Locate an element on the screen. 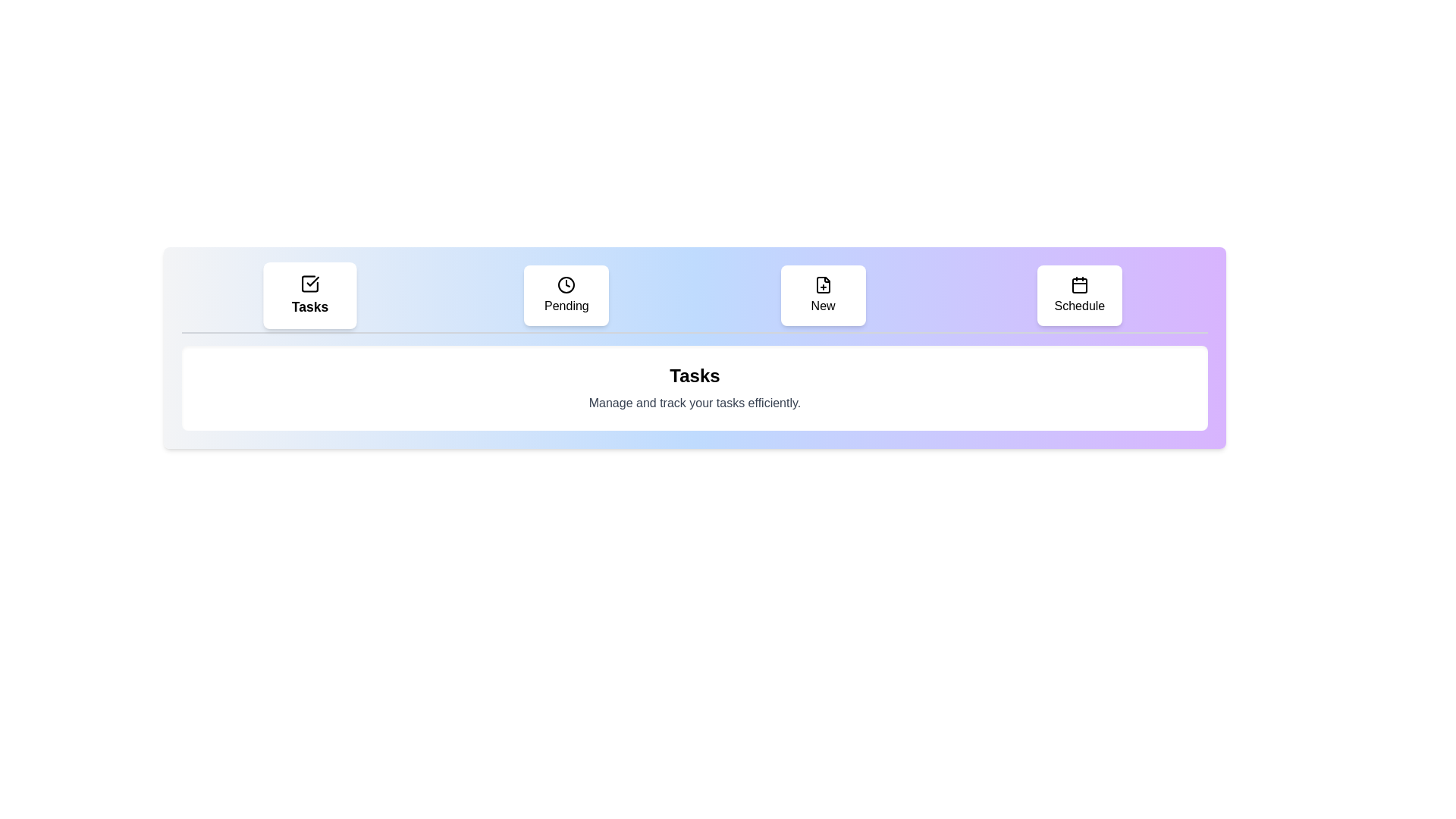  the tab labeled Tasks to observe its hover effect is located at coordinates (309, 295).